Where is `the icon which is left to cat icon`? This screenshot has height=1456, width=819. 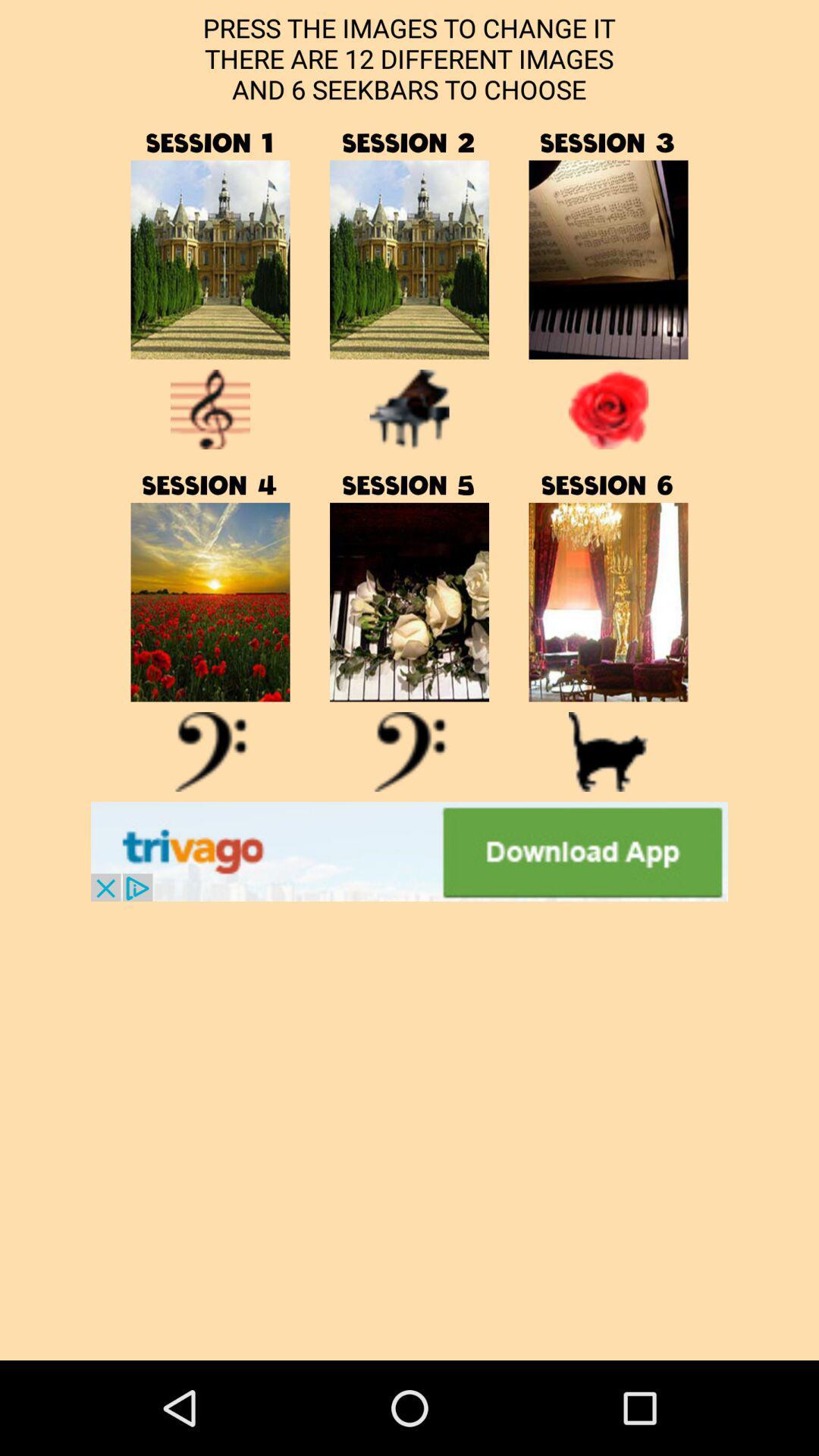 the icon which is left to cat icon is located at coordinates (409, 752).